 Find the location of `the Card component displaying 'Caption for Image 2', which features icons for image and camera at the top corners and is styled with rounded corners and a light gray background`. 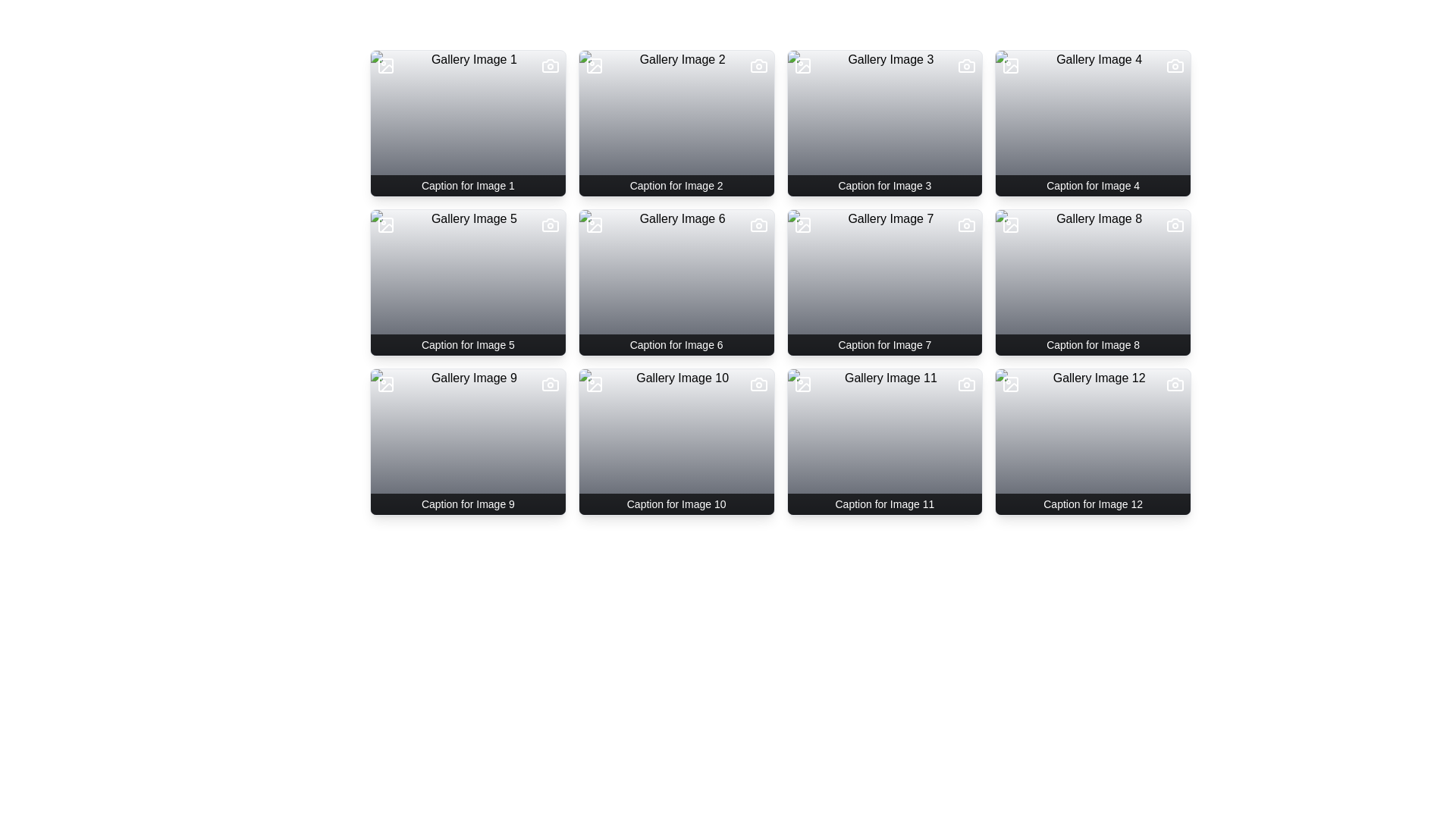

the Card component displaying 'Caption for Image 2', which features icons for image and camera at the top corners and is styled with rounded corners and a light gray background is located at coordinates (676, 122).